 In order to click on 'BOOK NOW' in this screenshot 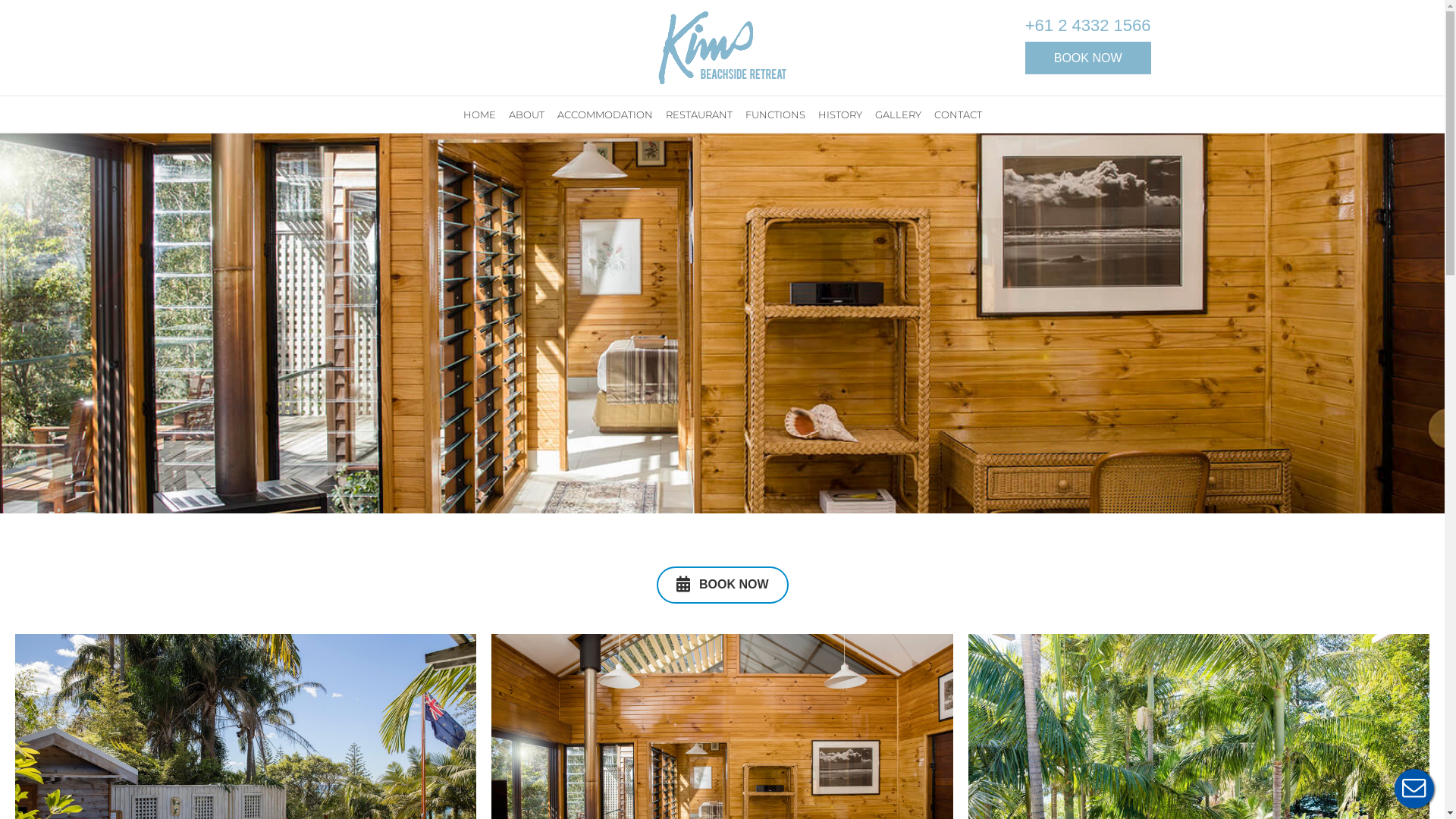, I will do `click(722, 584)`.